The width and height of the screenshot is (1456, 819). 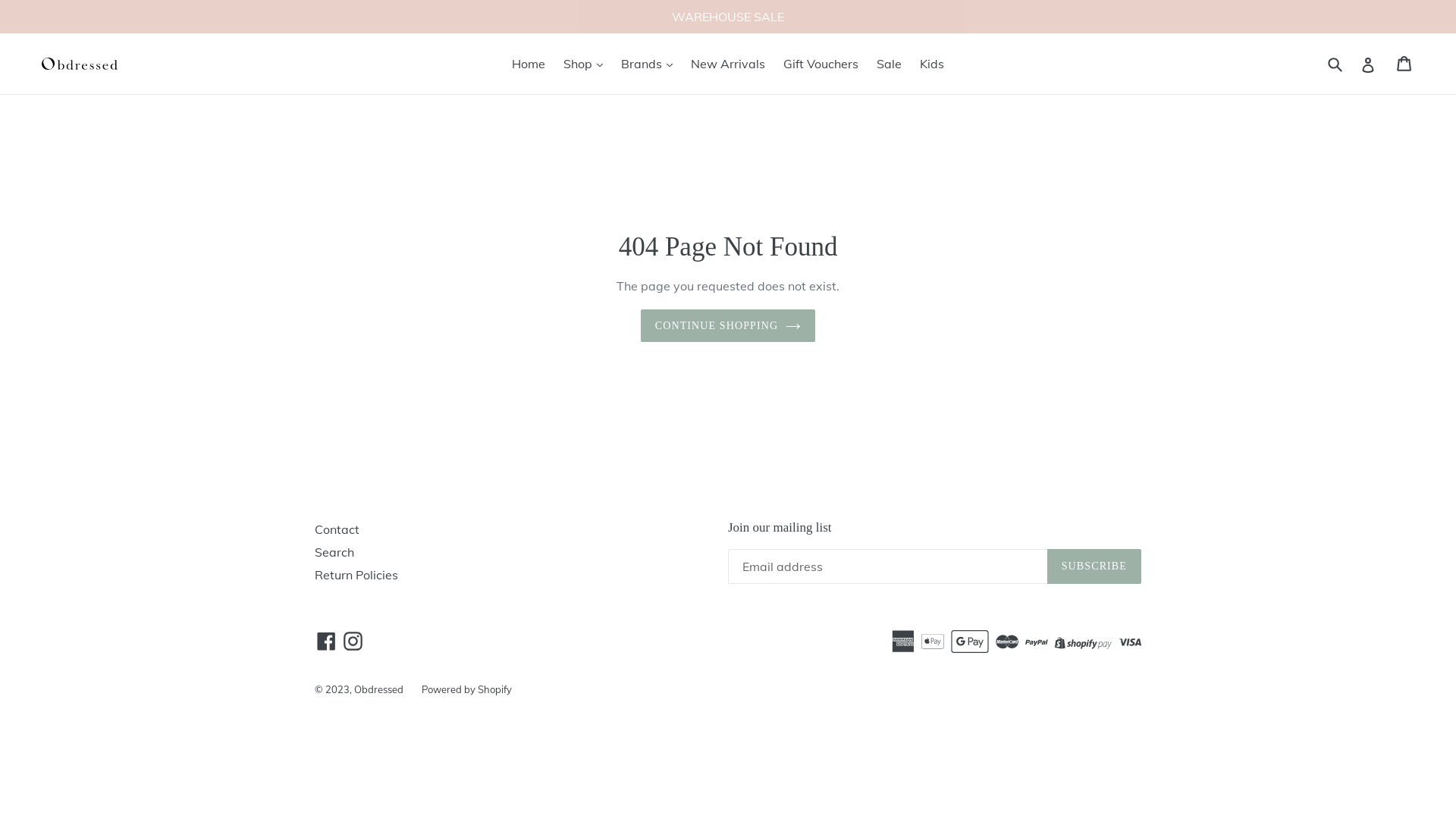 What do you see at coordinates (1404, 63) in the screenshot?
I see `'Cart'` at bounding box center [1404, 63].